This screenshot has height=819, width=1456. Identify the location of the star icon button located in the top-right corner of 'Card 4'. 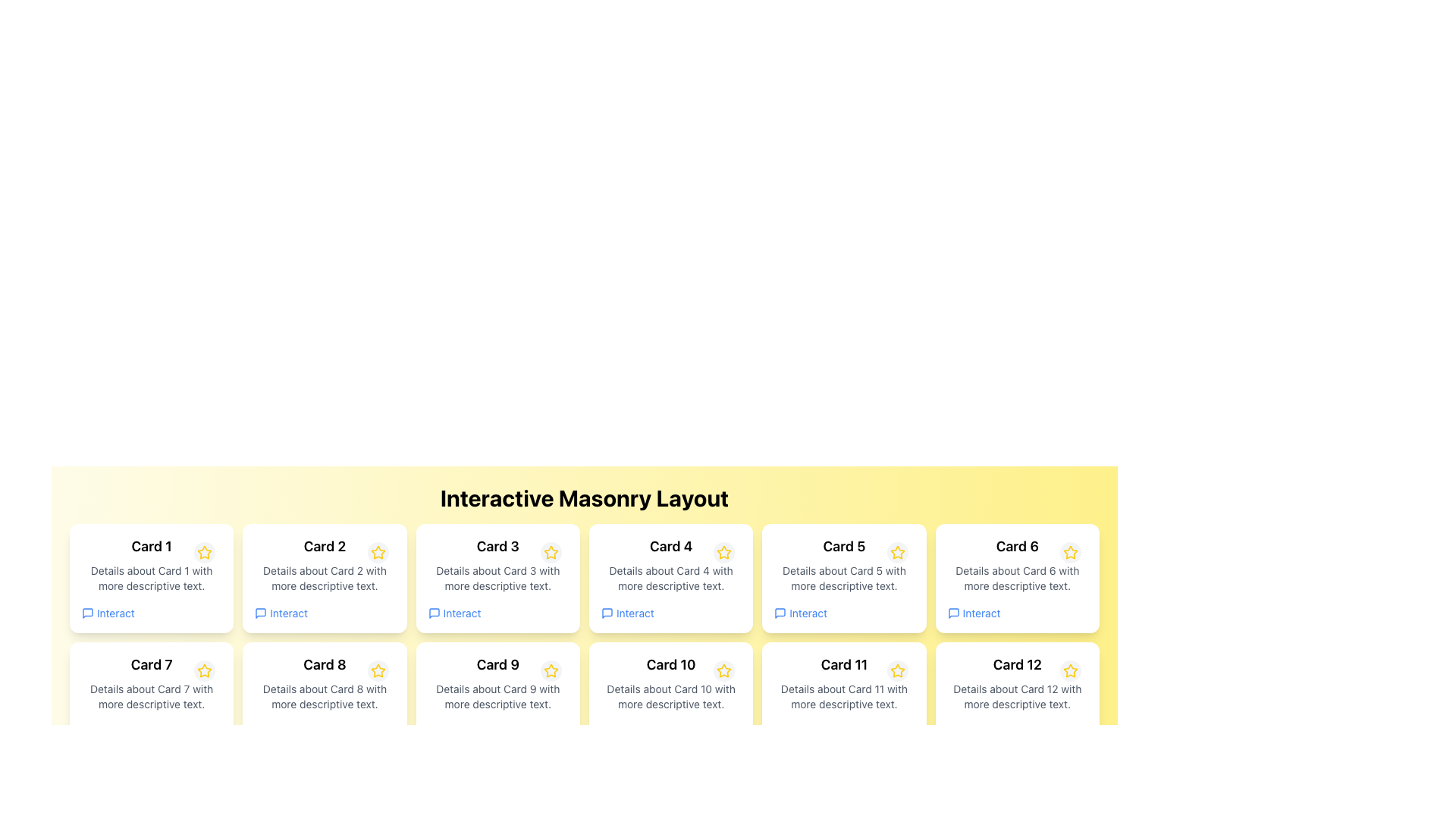
(723, 553).